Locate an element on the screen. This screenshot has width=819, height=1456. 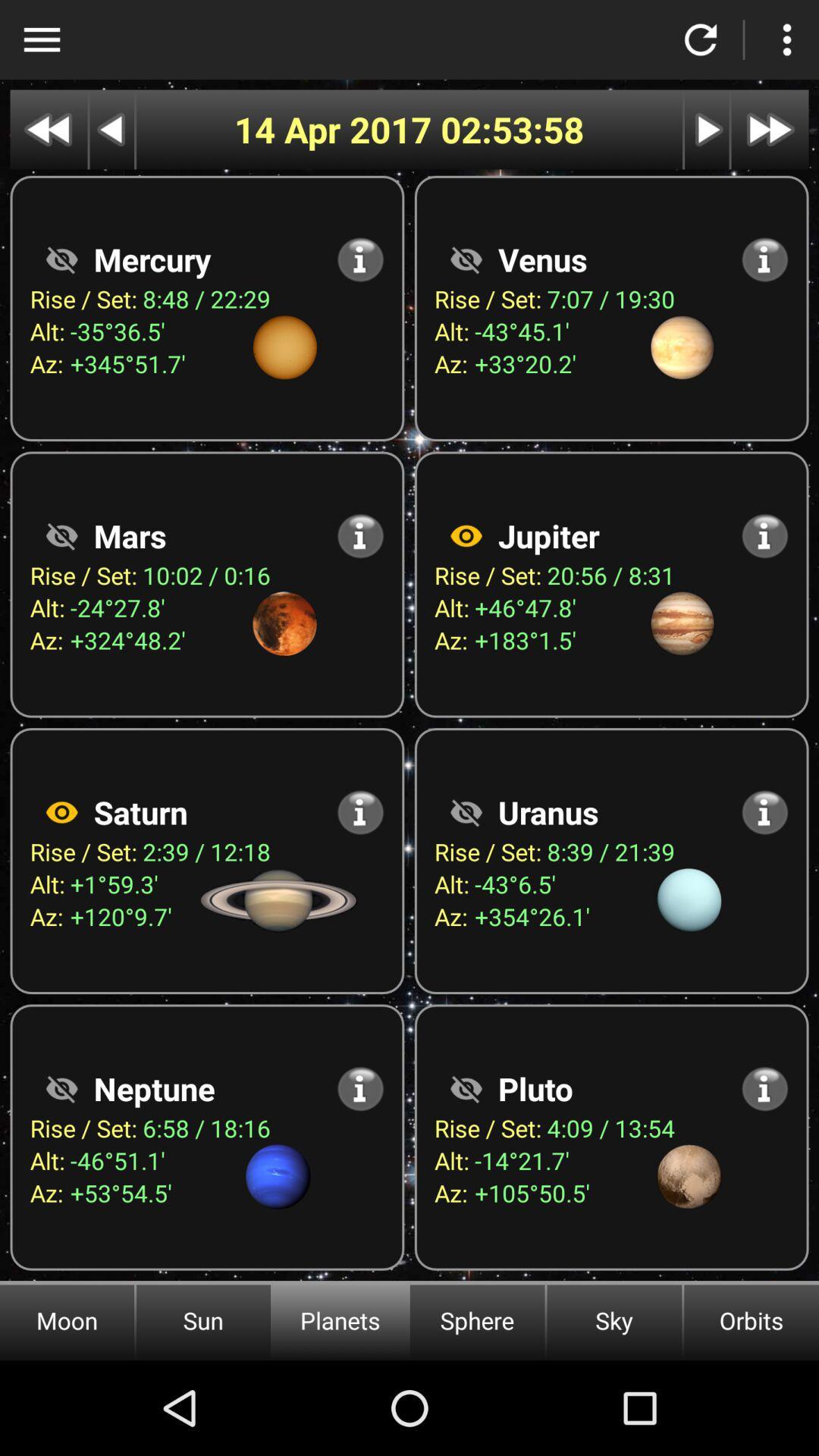
previous day is located at coordinates (111, 130).